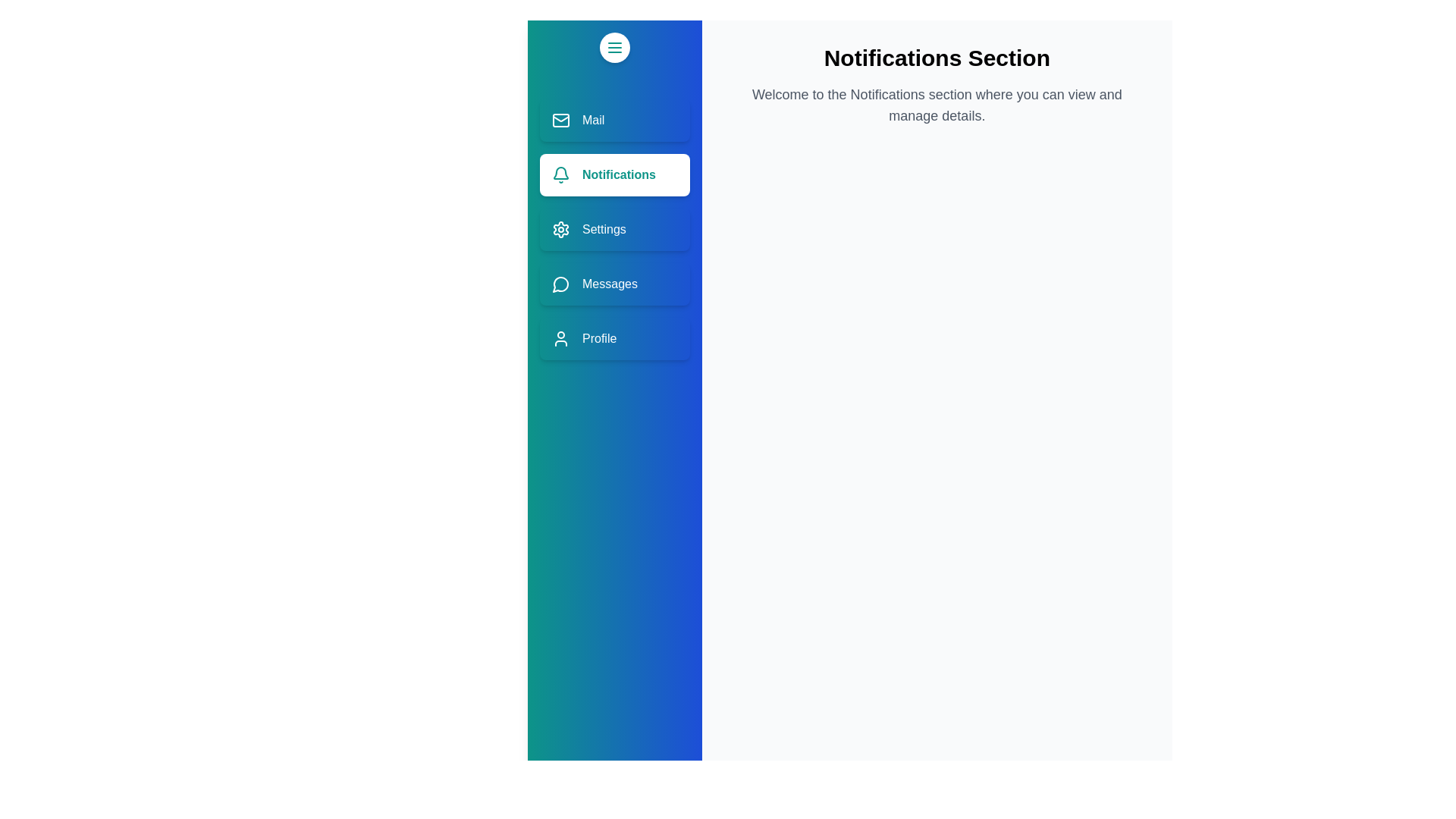  I want to click on the section Settings from the sidebar, so click(614, 230).